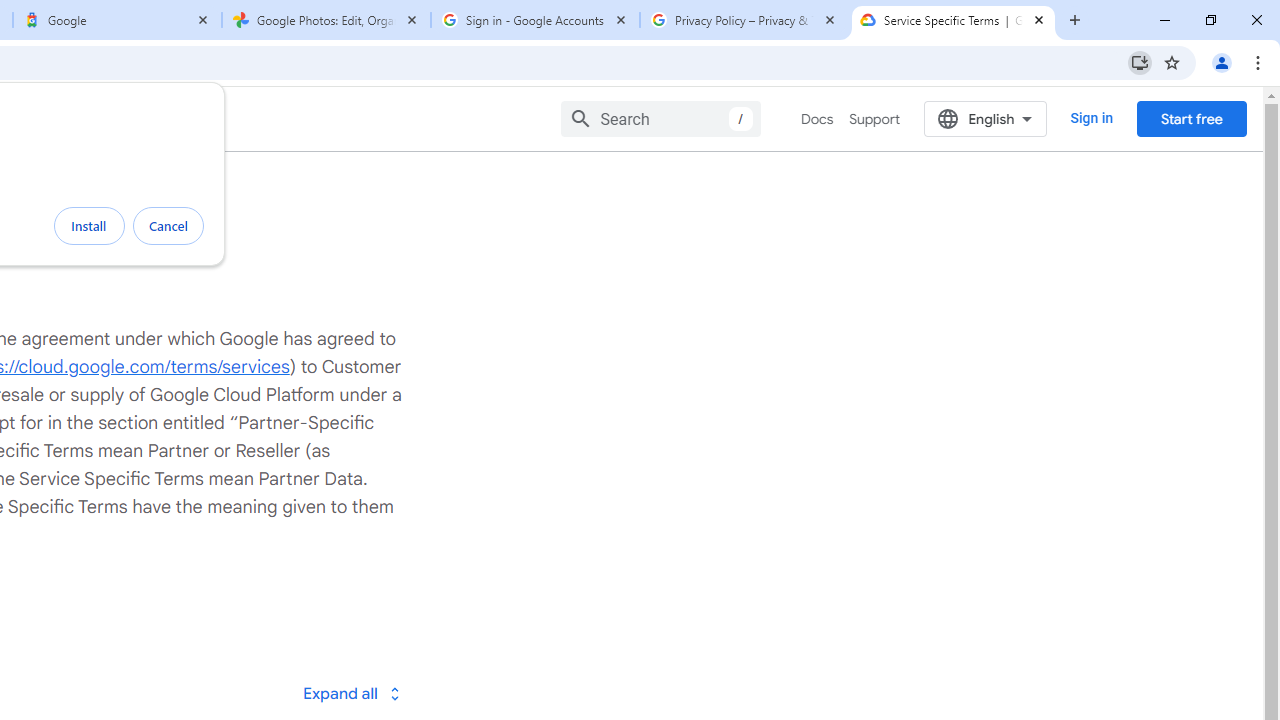 The height and width of the screenshot is (720, 1280). Describe the element at coordinates (351, 692) in the screenshot. I see `'Toggle all'` at that location.